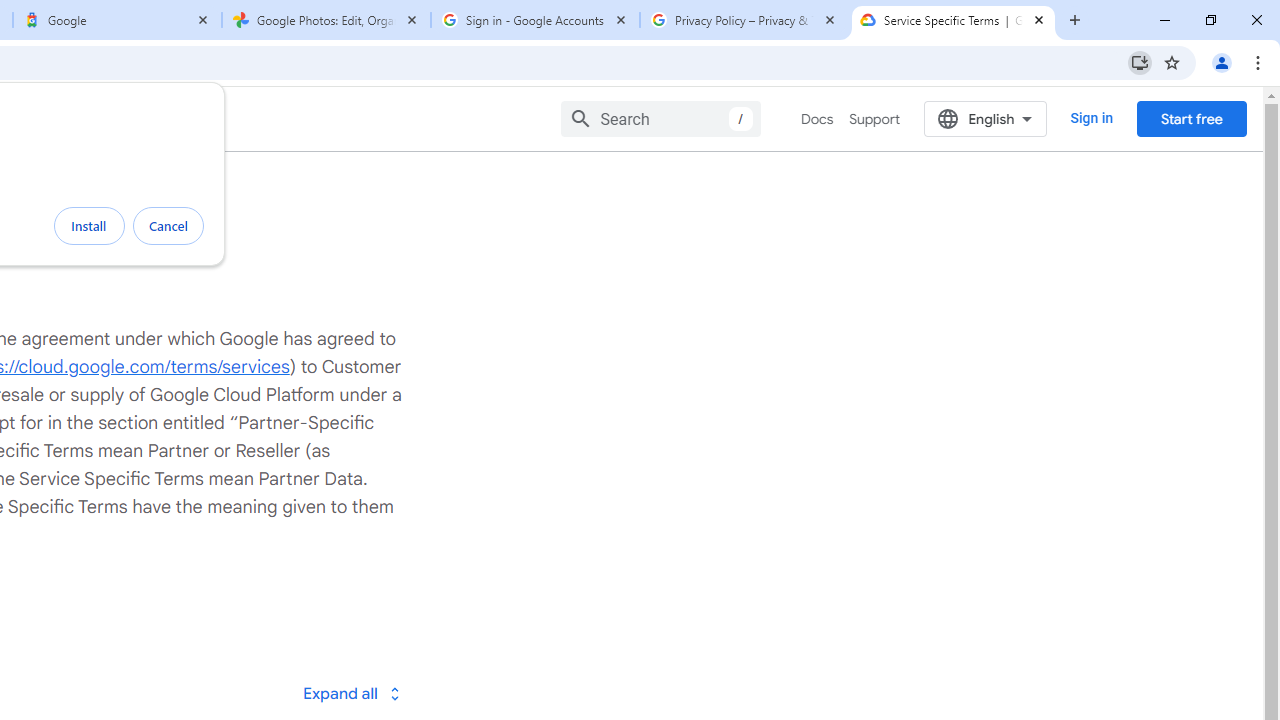 The height and width of the screenshot is (720, 1280). Describe the element at coordinates (351, 692) in the screenshot. I see `'Toggle all'` at that location.